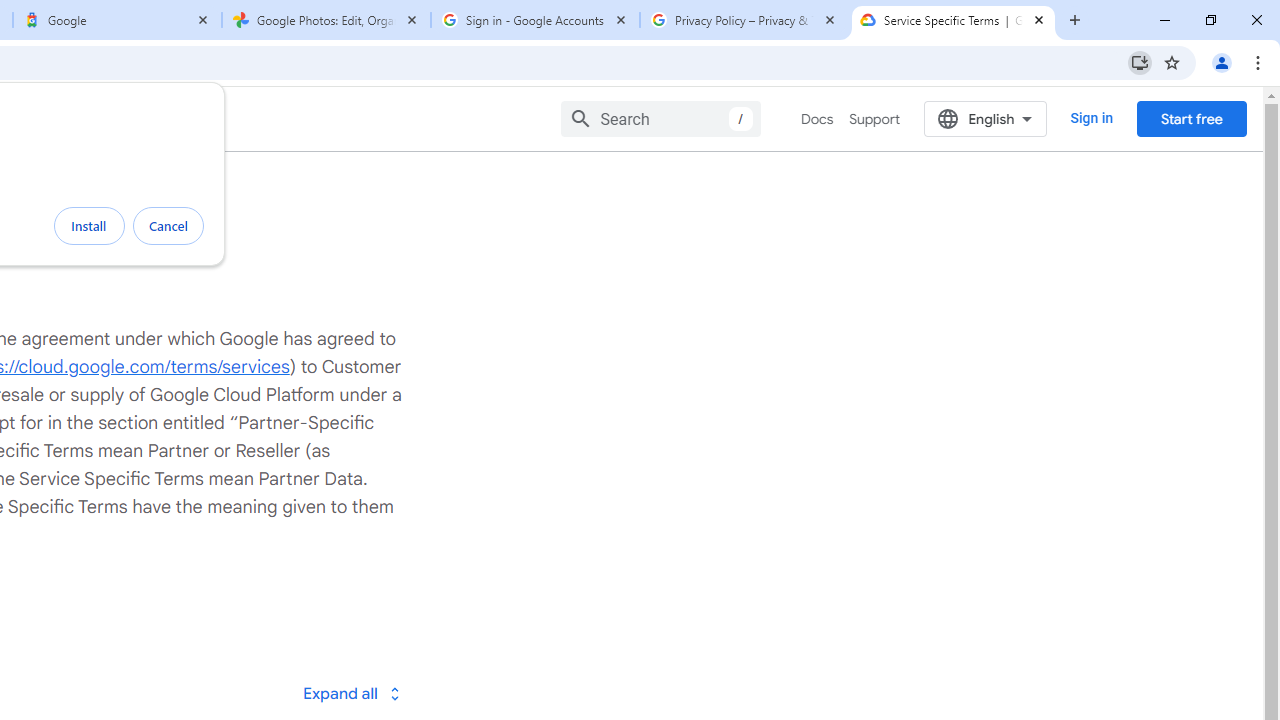 The height and width of the screenshot is (720, 1280). Describe the element at coordinates (351, 692) in the screenshot. I see `'Toggle all'` at that location.